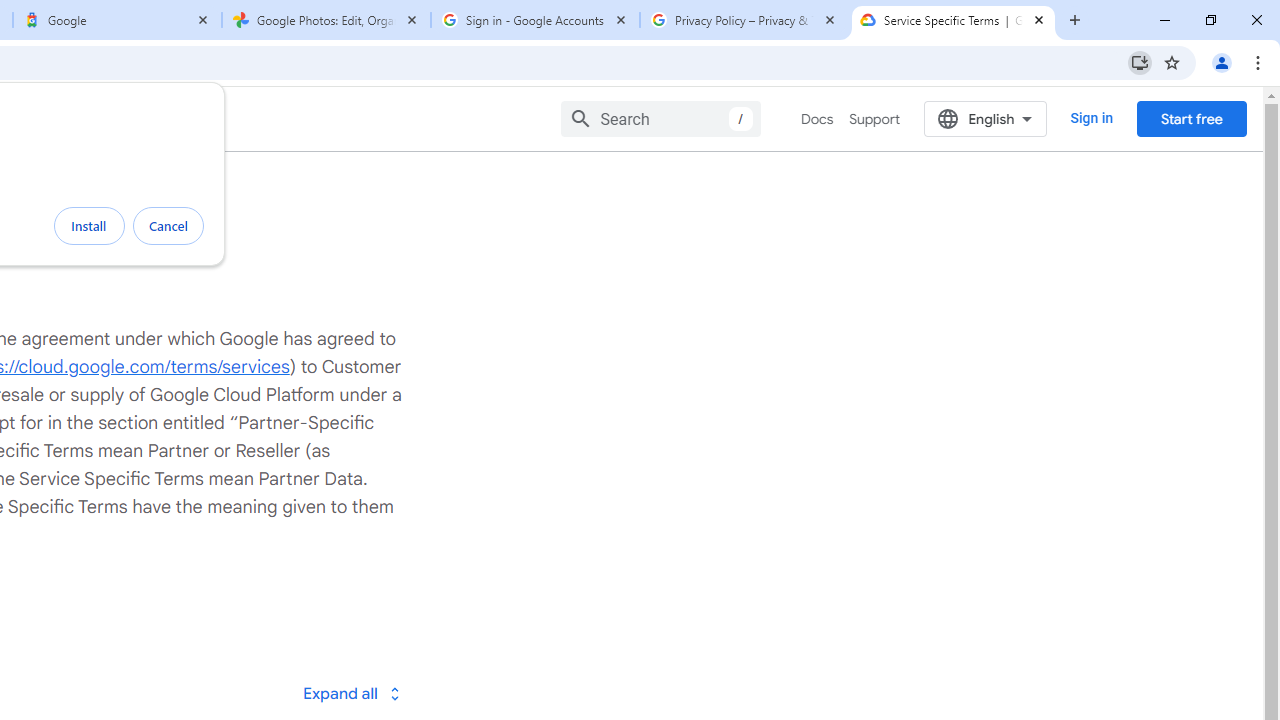 The height and width of the screenshot is (720, 1280). Describe the element at coordinates (351, 692) in the screenshot. I see `'Toggle all'` at that location.